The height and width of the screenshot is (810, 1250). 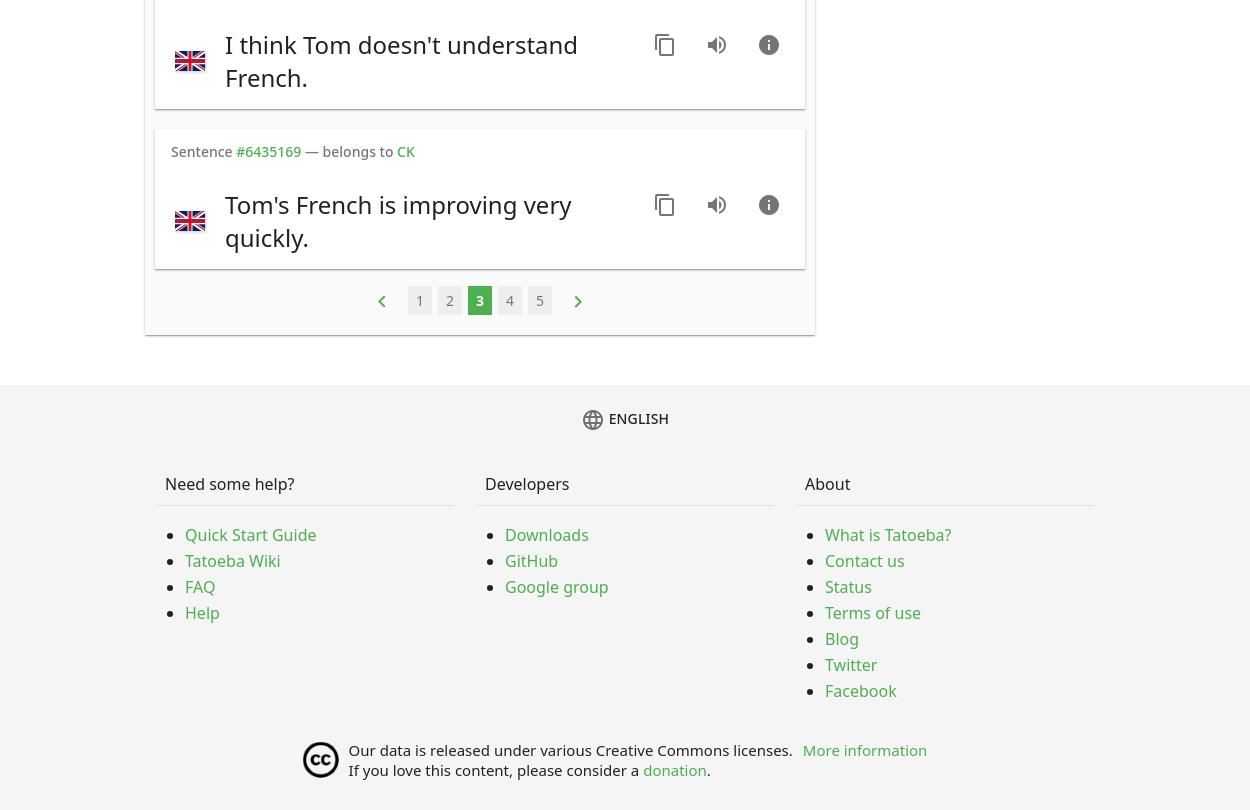 I want to click on 'FAQ', so click(x=199, y=587).